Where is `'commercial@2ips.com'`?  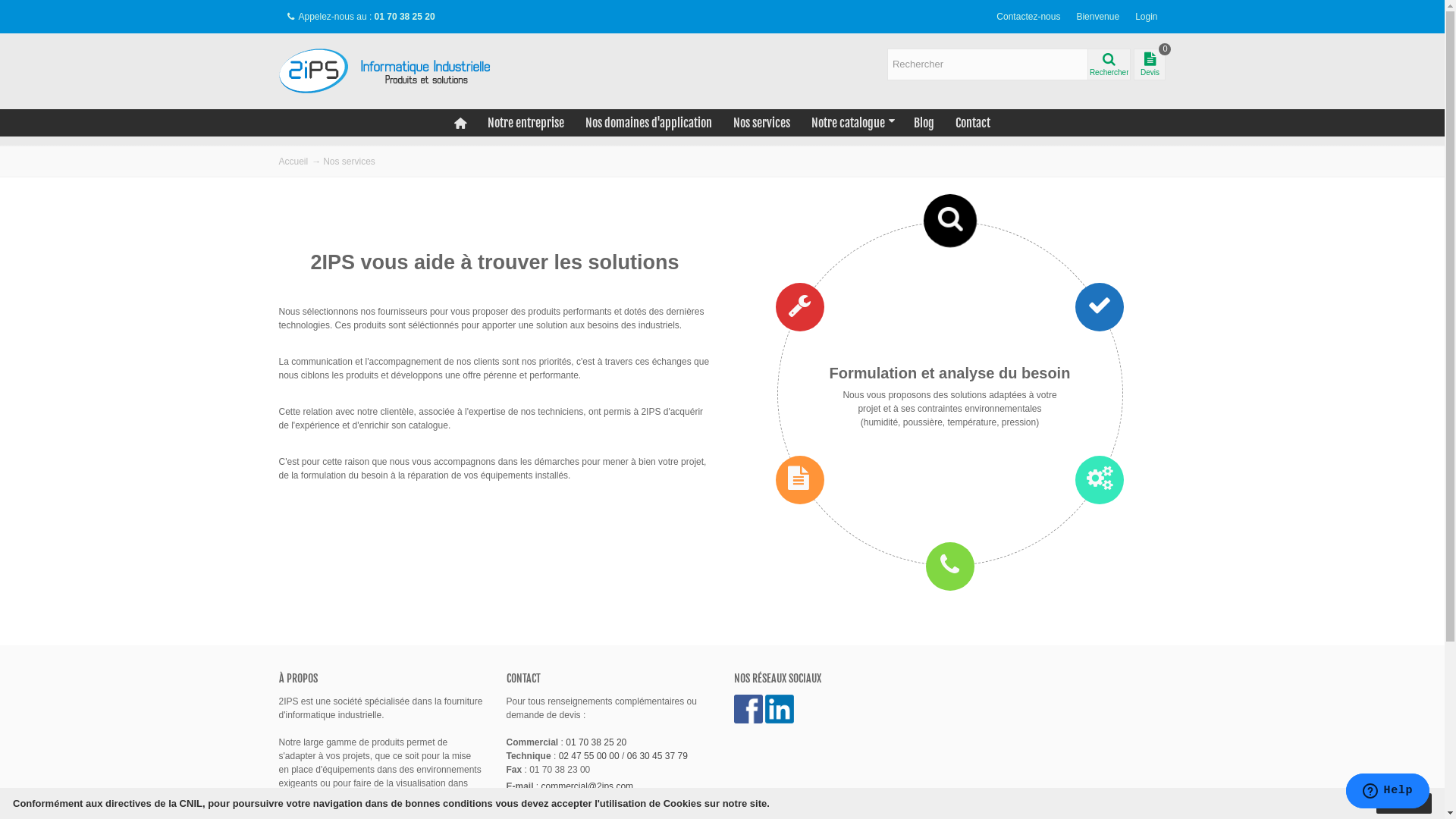
'commercial@2ips.com' is located at coordinates (586, 786).